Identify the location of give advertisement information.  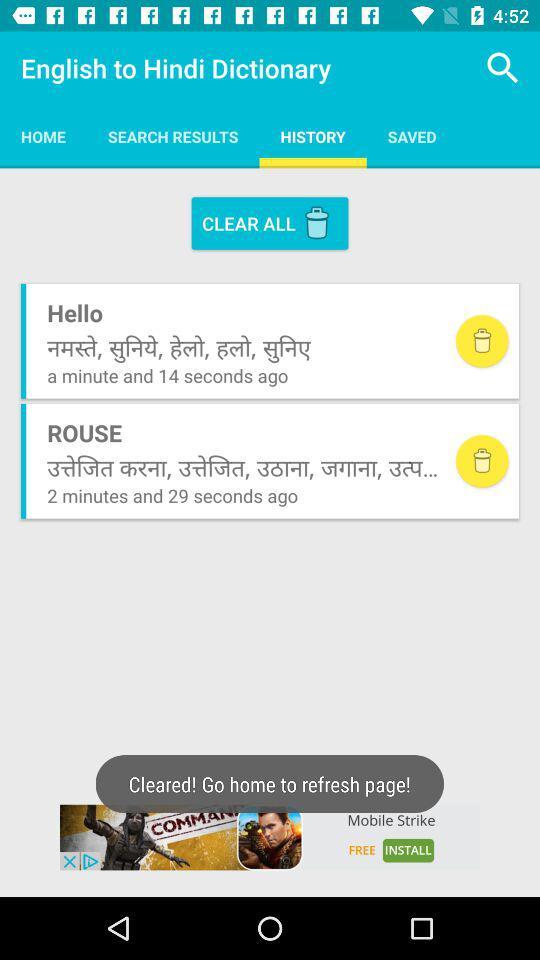
(270, 837).